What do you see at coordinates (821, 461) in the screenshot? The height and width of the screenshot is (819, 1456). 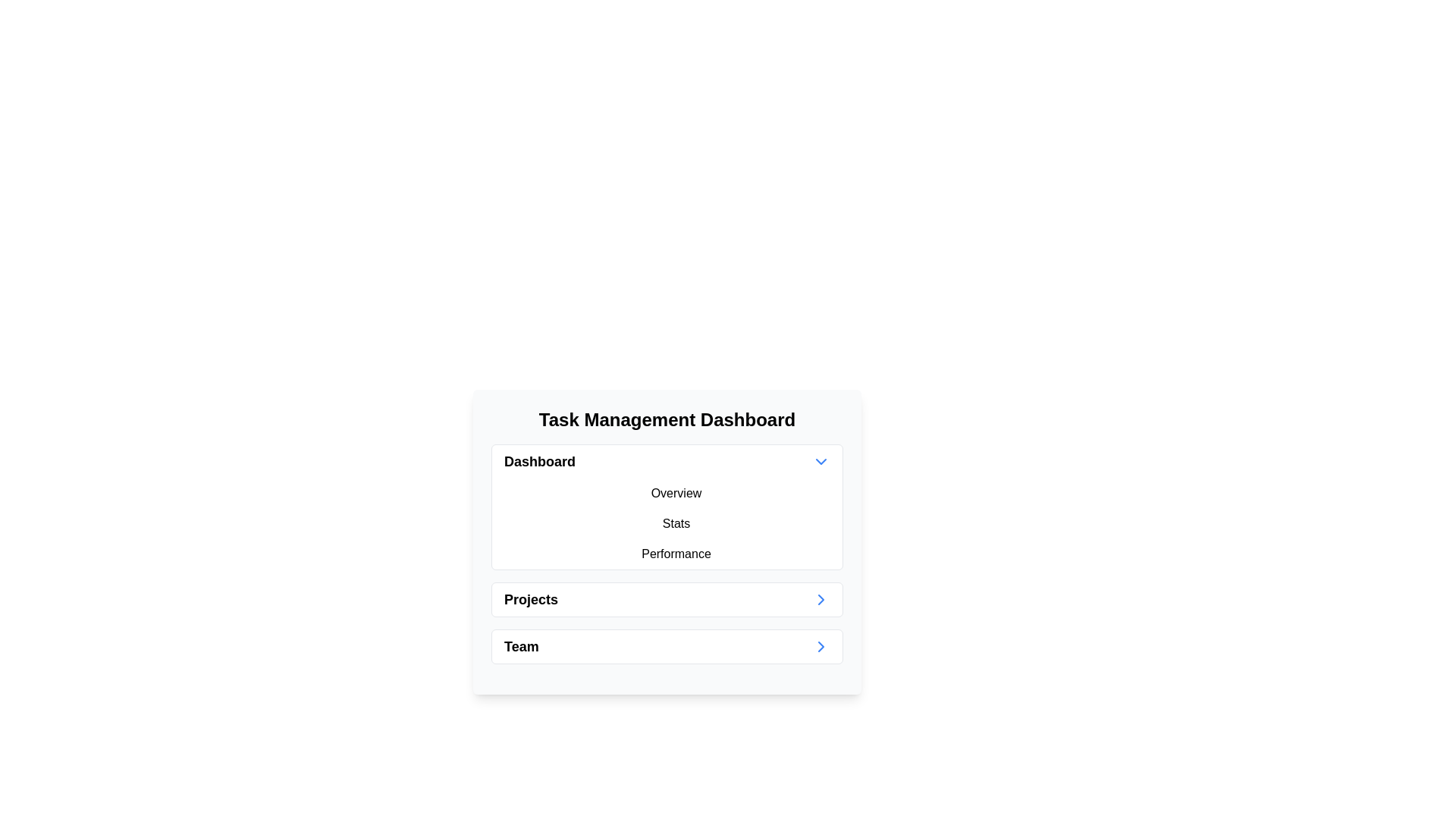 I see `the downward chevron icon used` at bounding box center [821, 461].